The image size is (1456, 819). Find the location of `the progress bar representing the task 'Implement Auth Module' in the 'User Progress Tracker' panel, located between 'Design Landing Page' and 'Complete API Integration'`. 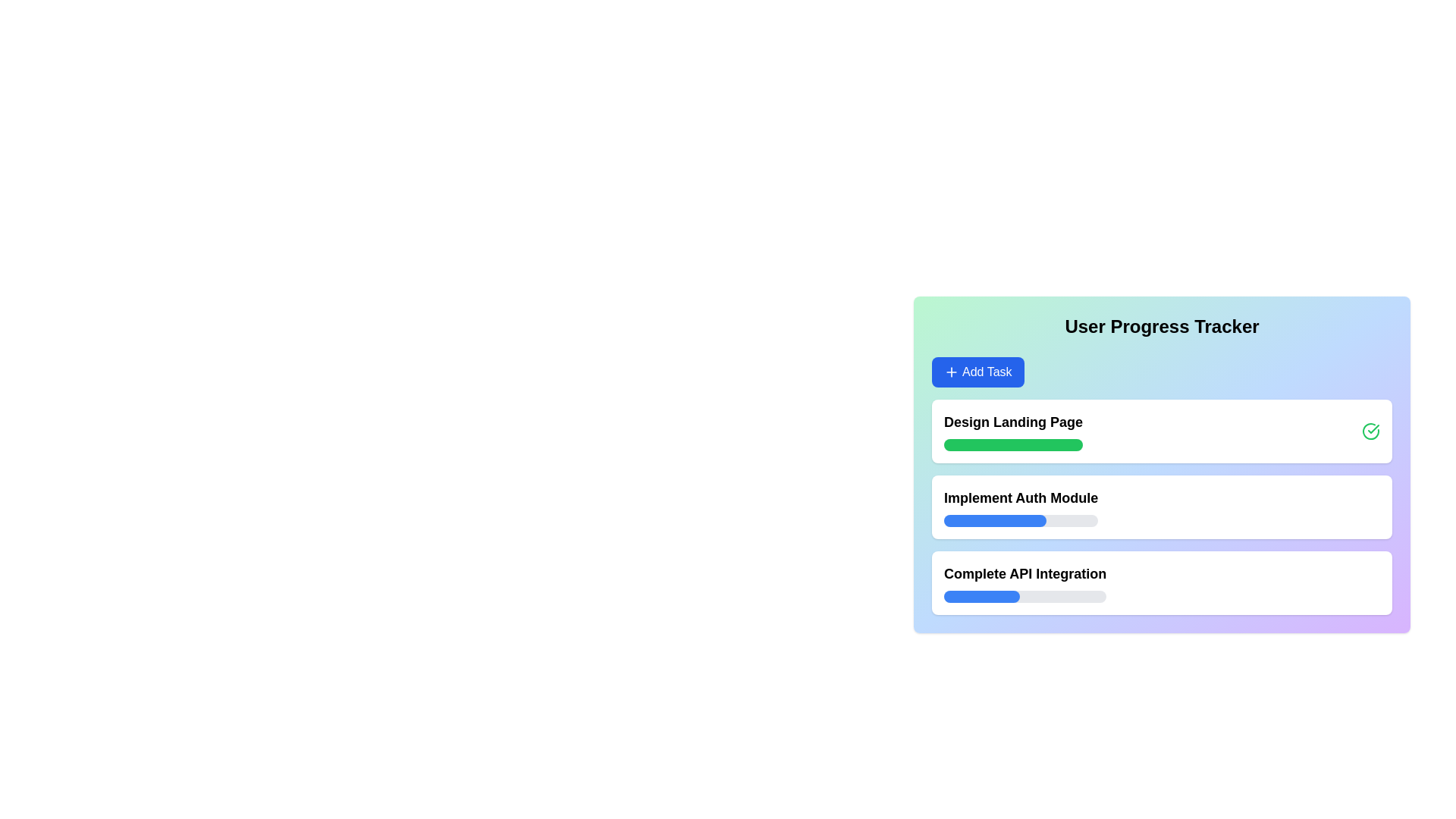

the progress bar representing the task 'Implement Auth Module' in the 'User Progress Tracker' panel, located between 'Design Landing Page' and 'Complete API Integration' is located at coordinates (993, 519).